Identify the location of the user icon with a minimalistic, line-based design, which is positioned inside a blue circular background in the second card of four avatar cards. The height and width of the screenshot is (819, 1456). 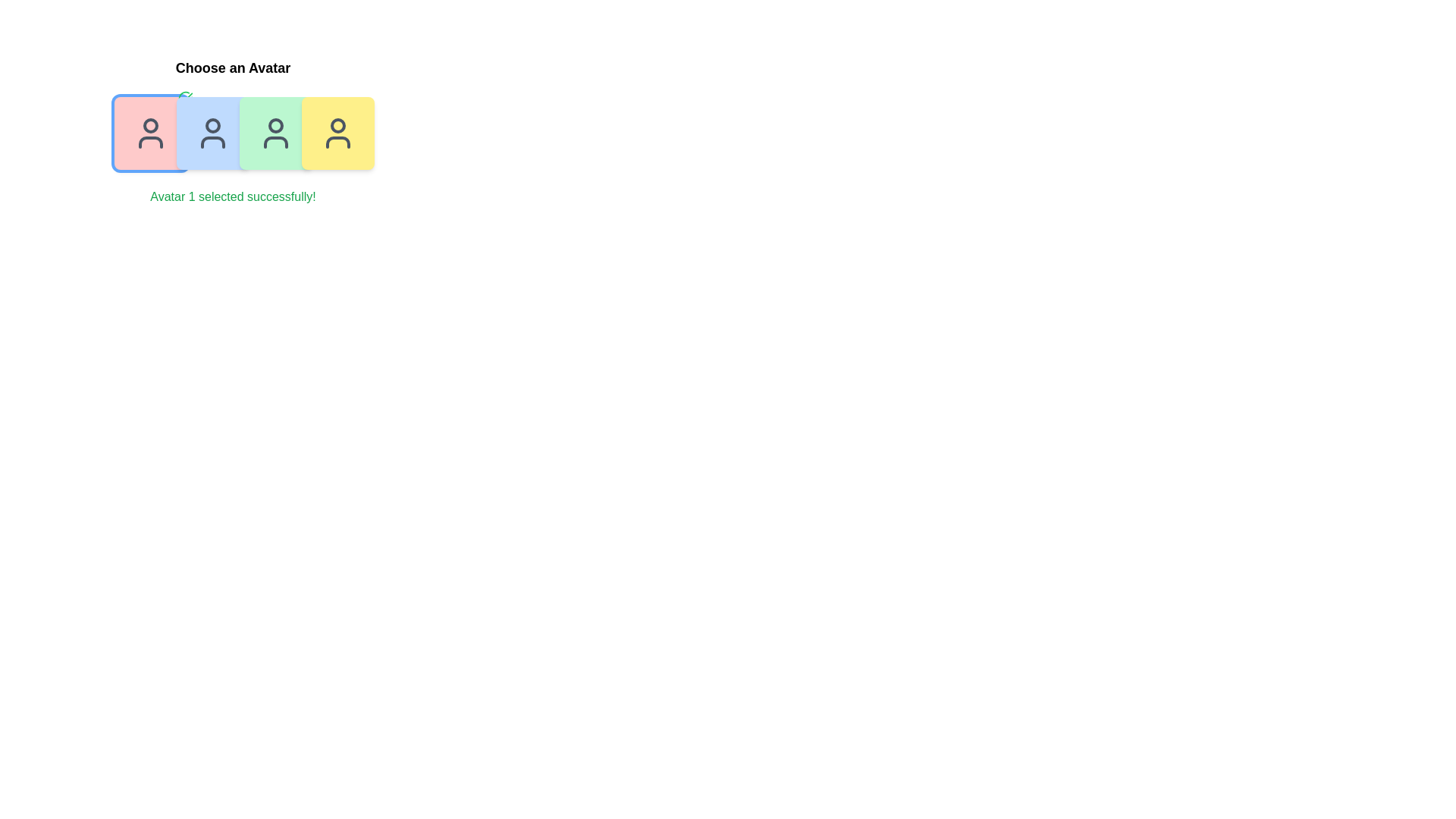
(212, 133).